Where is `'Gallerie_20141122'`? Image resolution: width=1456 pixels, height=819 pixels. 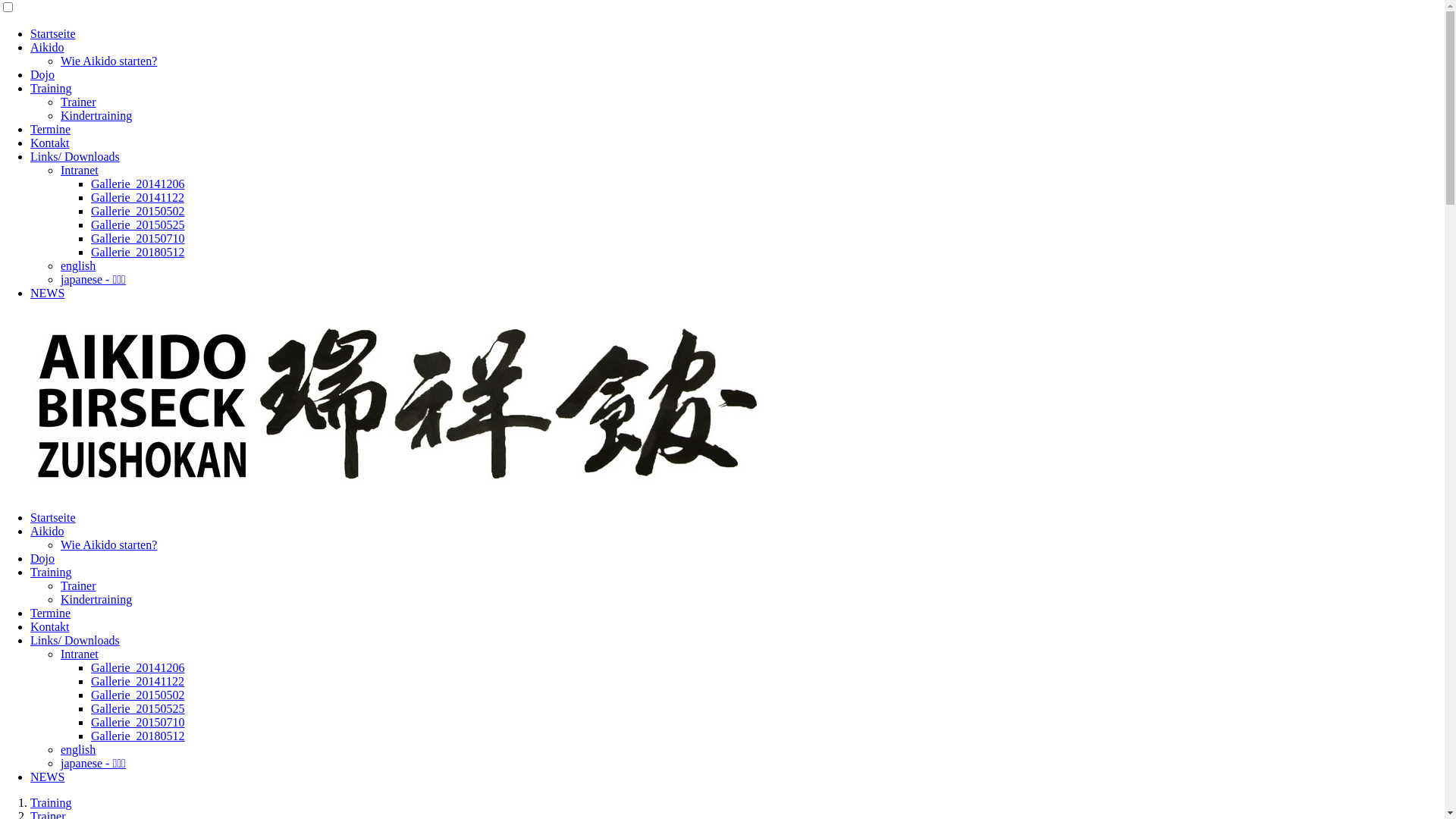 'Gallerie_20141122' is located at coordinates (137, 680).